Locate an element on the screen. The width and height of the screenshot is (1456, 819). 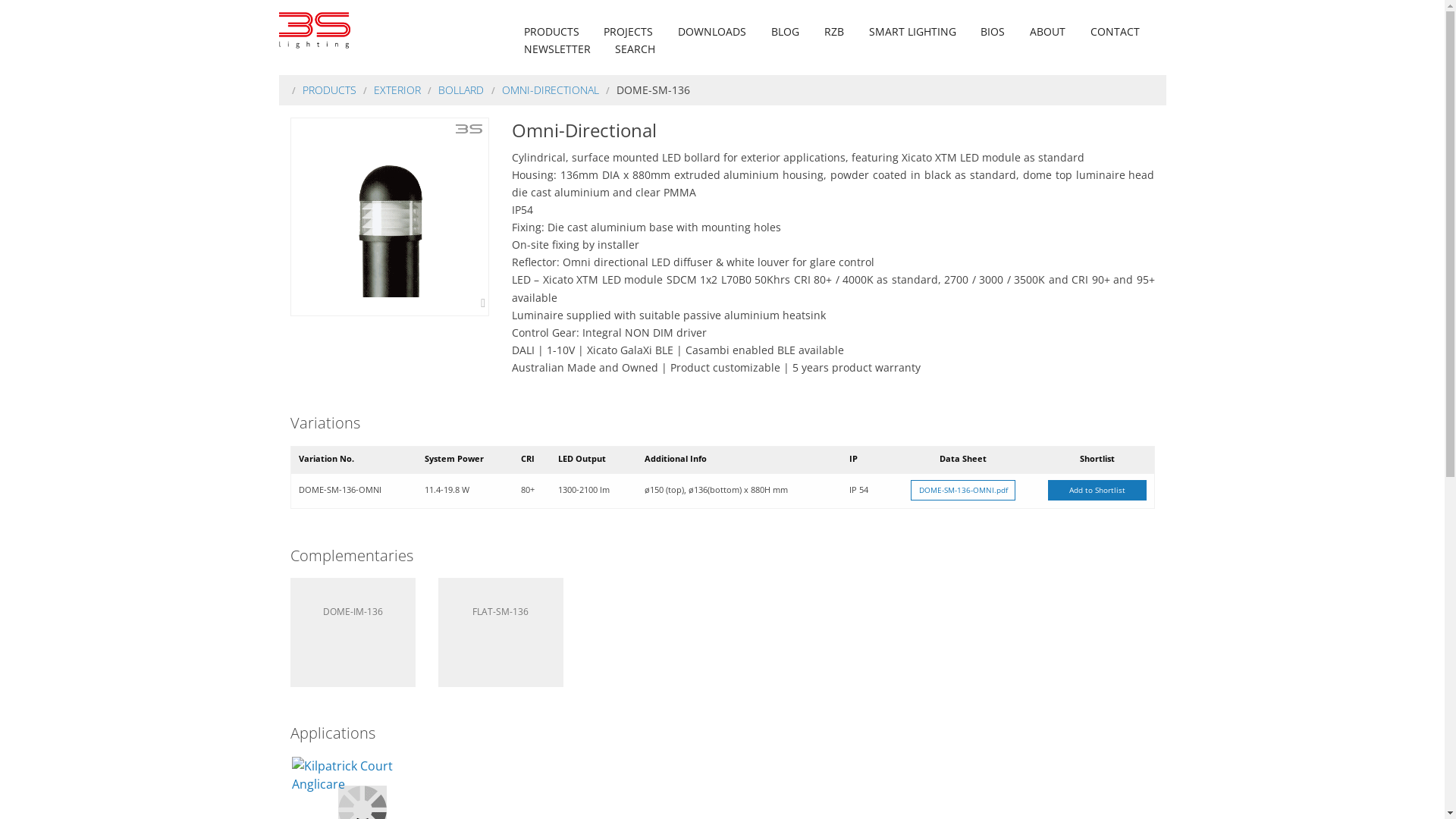
'NEWSLETTER' is located at coordinates (556, 48).